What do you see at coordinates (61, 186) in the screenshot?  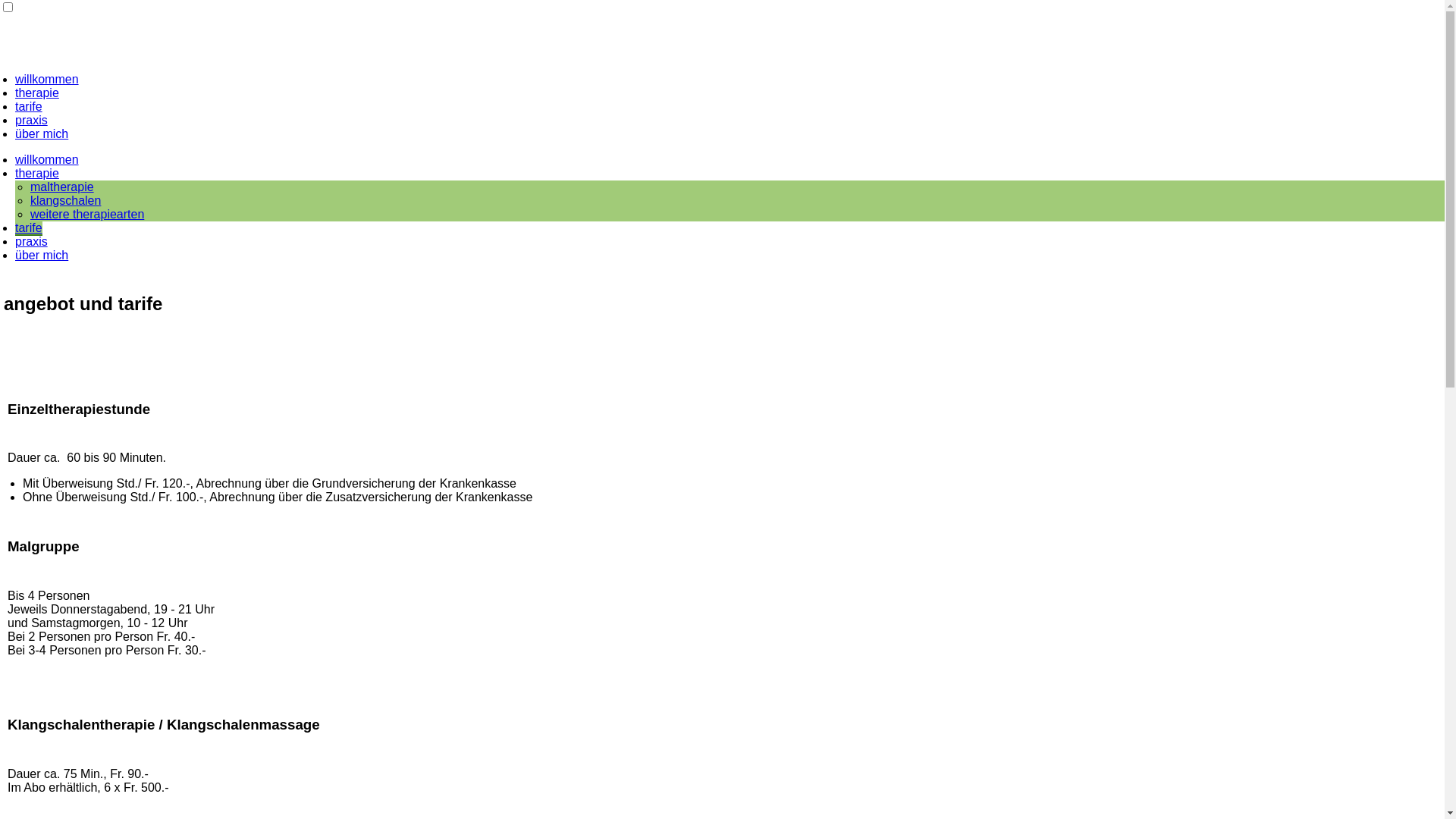 I see `'maltherapie'` at bounding box center [61, 186].